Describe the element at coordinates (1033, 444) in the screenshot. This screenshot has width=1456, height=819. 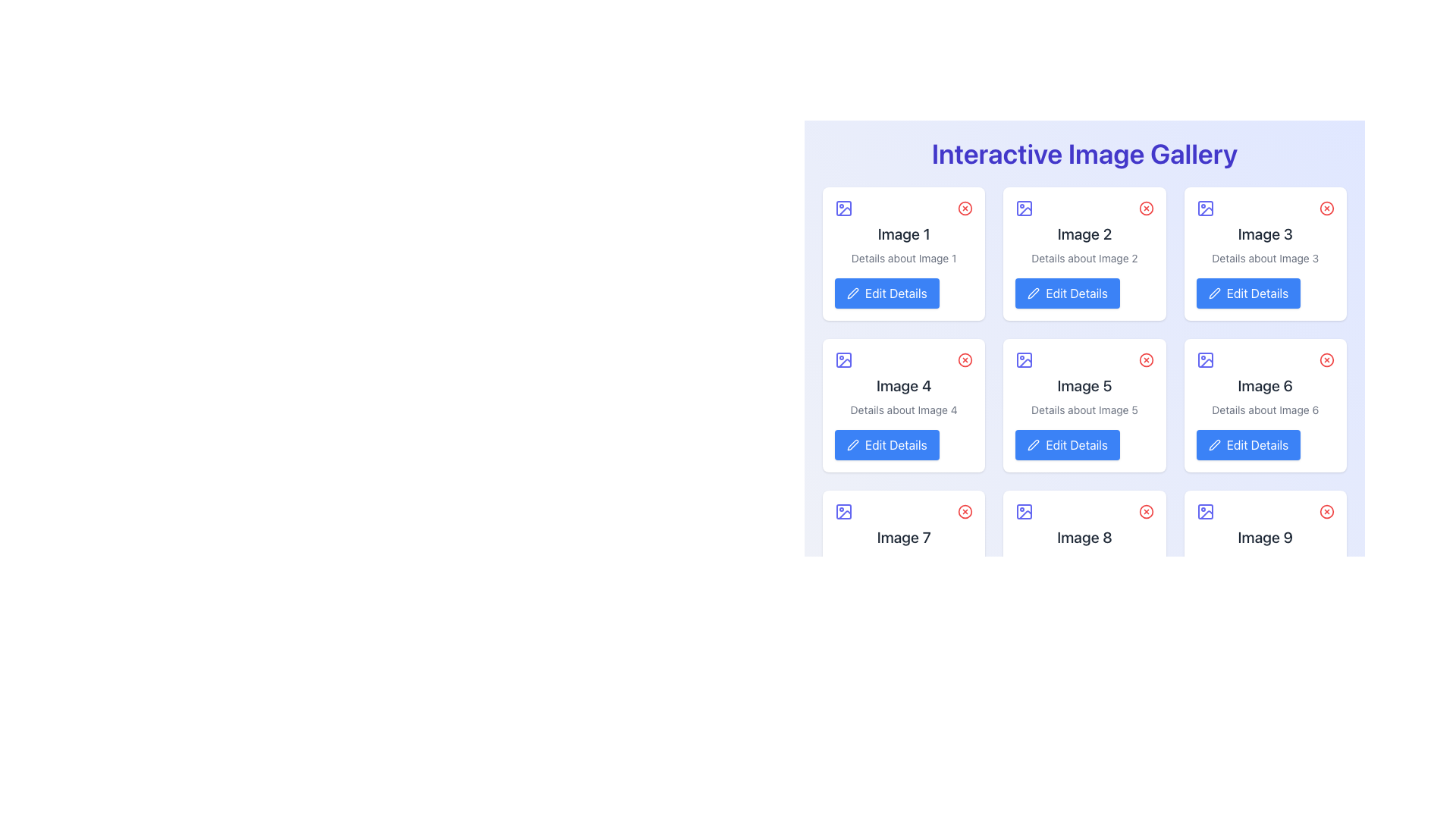
I see `the edit icon located on the left side of the 'Edit Details' button within the card labeled 'Image 5' in the interactive image gallery` at that location.